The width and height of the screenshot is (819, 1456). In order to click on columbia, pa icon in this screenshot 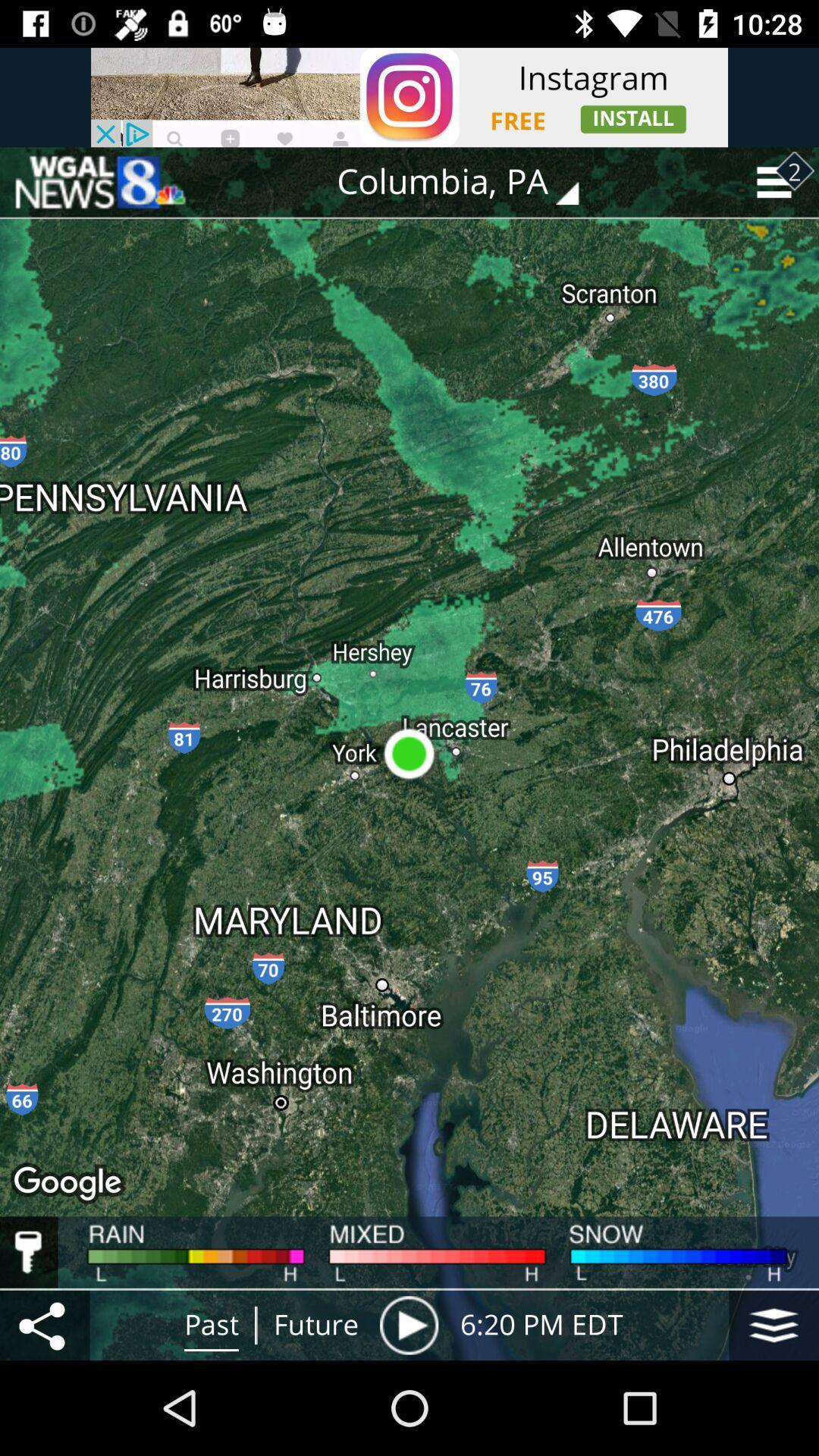, I will do `click(468, 182)`.